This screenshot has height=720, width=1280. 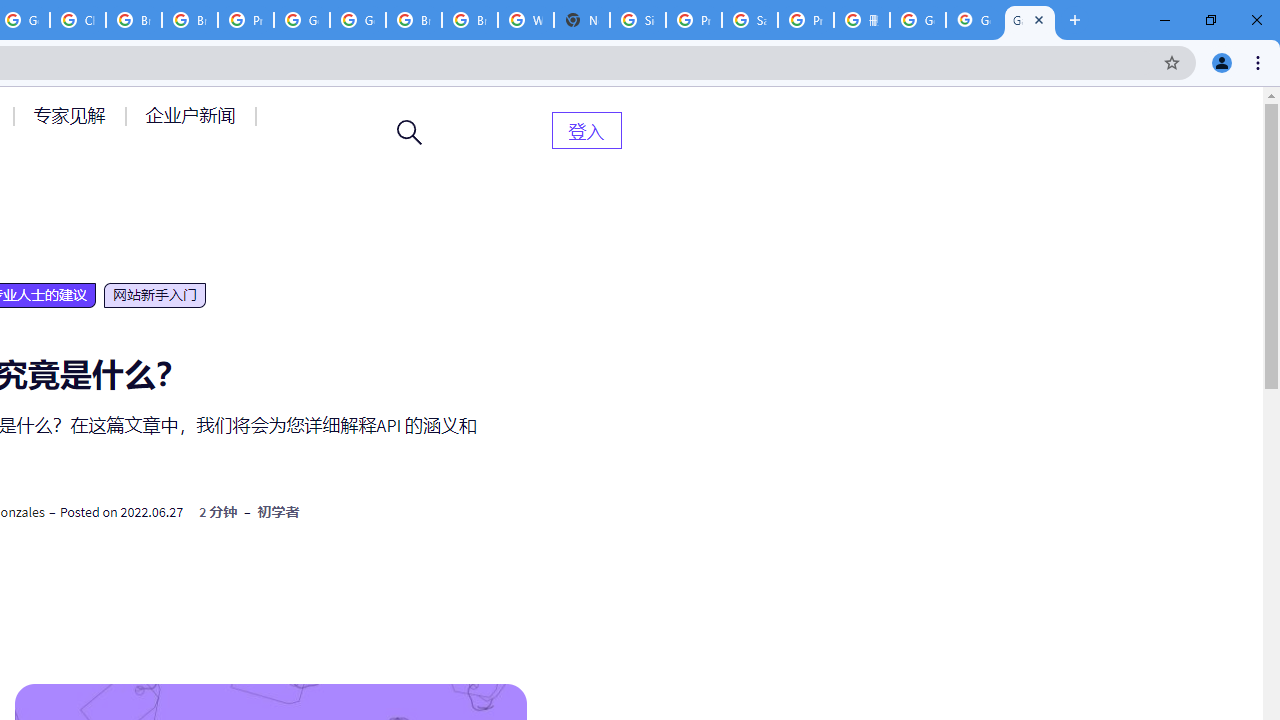 I want to click on 'AutomationID: menu-item-77764', so click(x=72, y=115).